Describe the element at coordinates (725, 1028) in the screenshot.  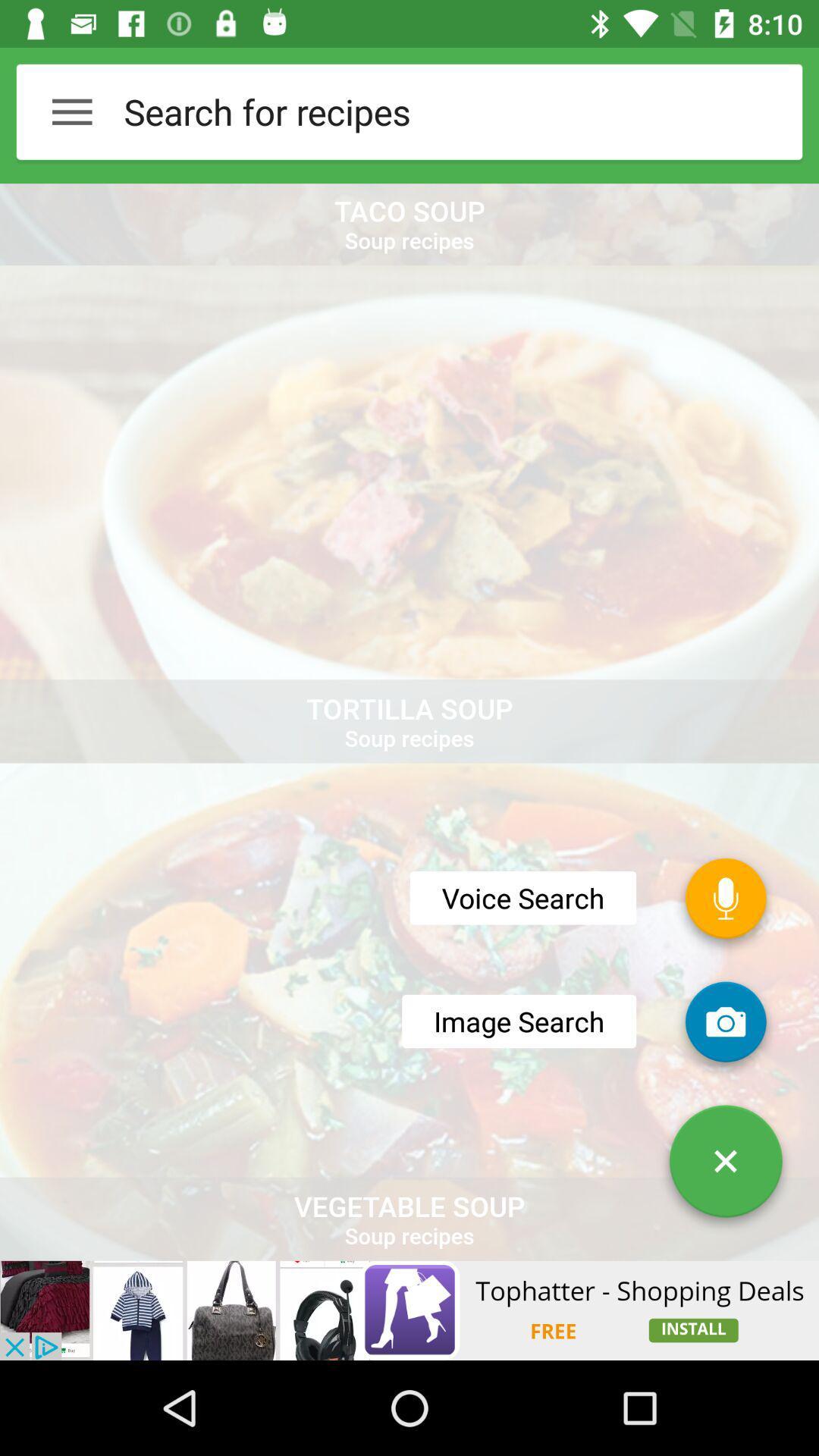
I see `the photo icon` at that location.